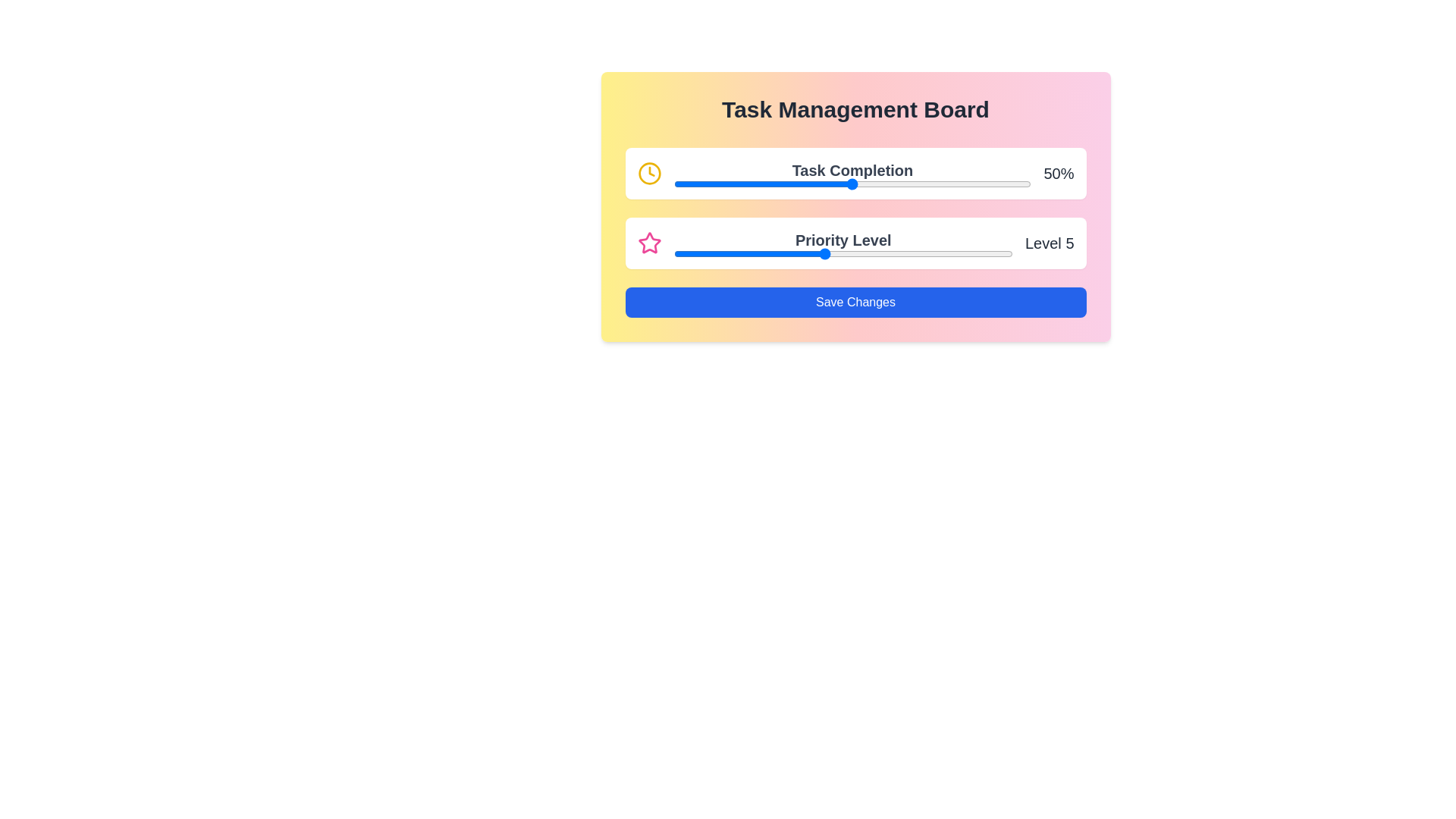 Image resolution: width=1456 pixels, height=819 pixels. I want to click on task completion, so click(708, 180).